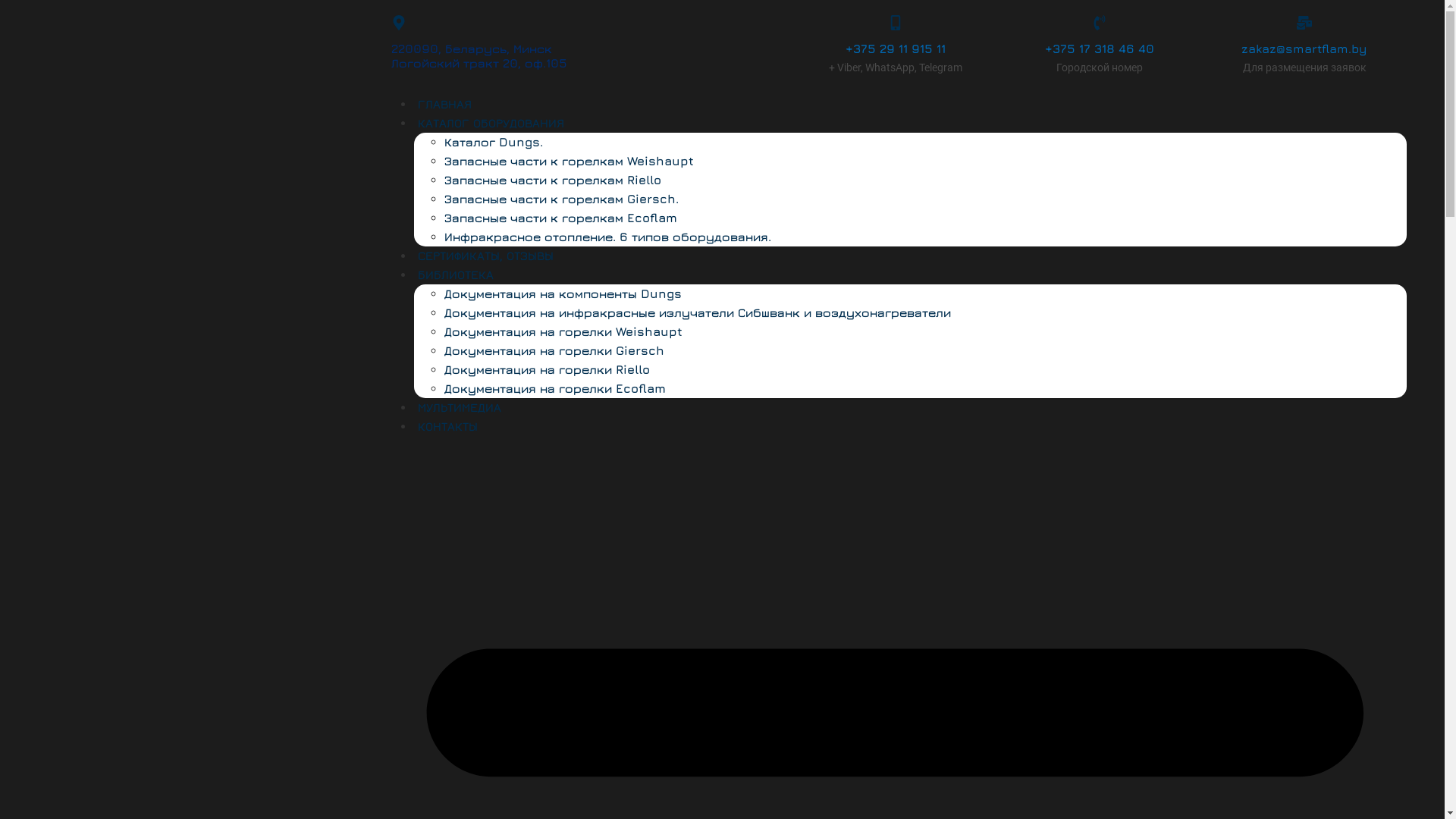 The width and height of the screenshot is (1456, 819). Describe the element at coordinates (1303, 48) in the screenshot. I see `'zakaz@smartflam.by'` at that location.